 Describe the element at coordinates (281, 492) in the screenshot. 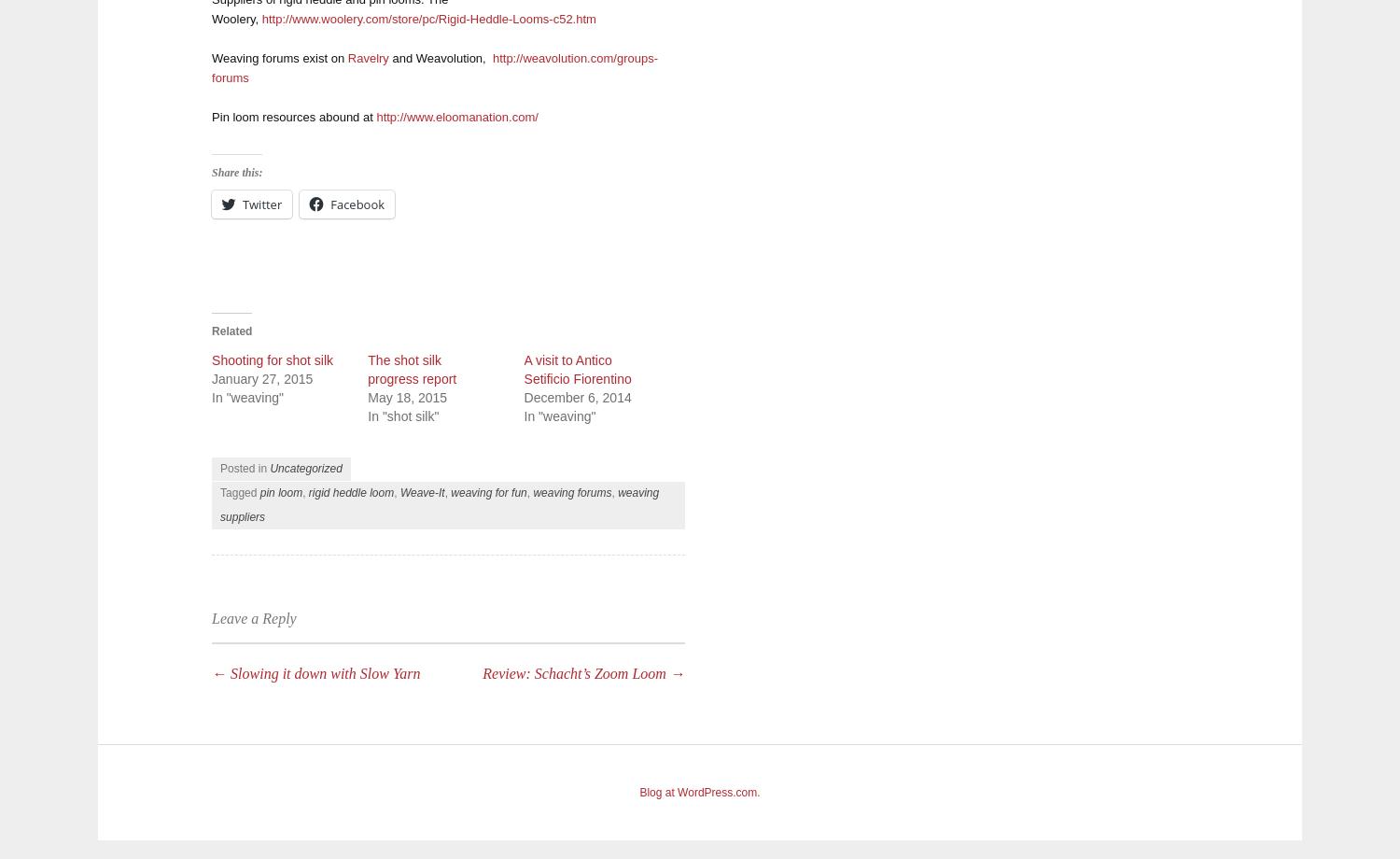

I see `'pin loom'` at that location.